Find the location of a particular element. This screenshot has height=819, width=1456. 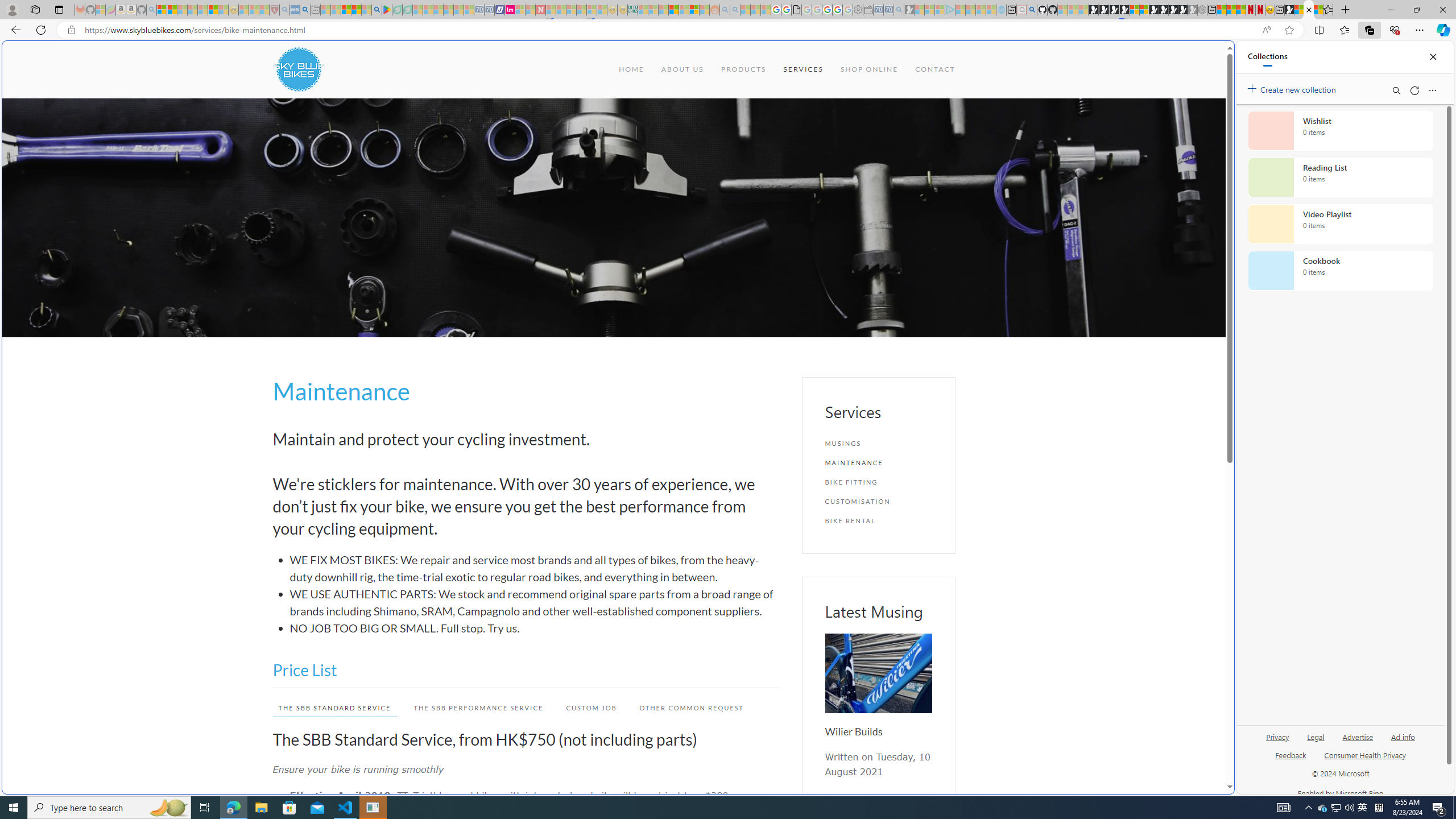

'SHOP ONLINE' is located at coordinates (869, 68).